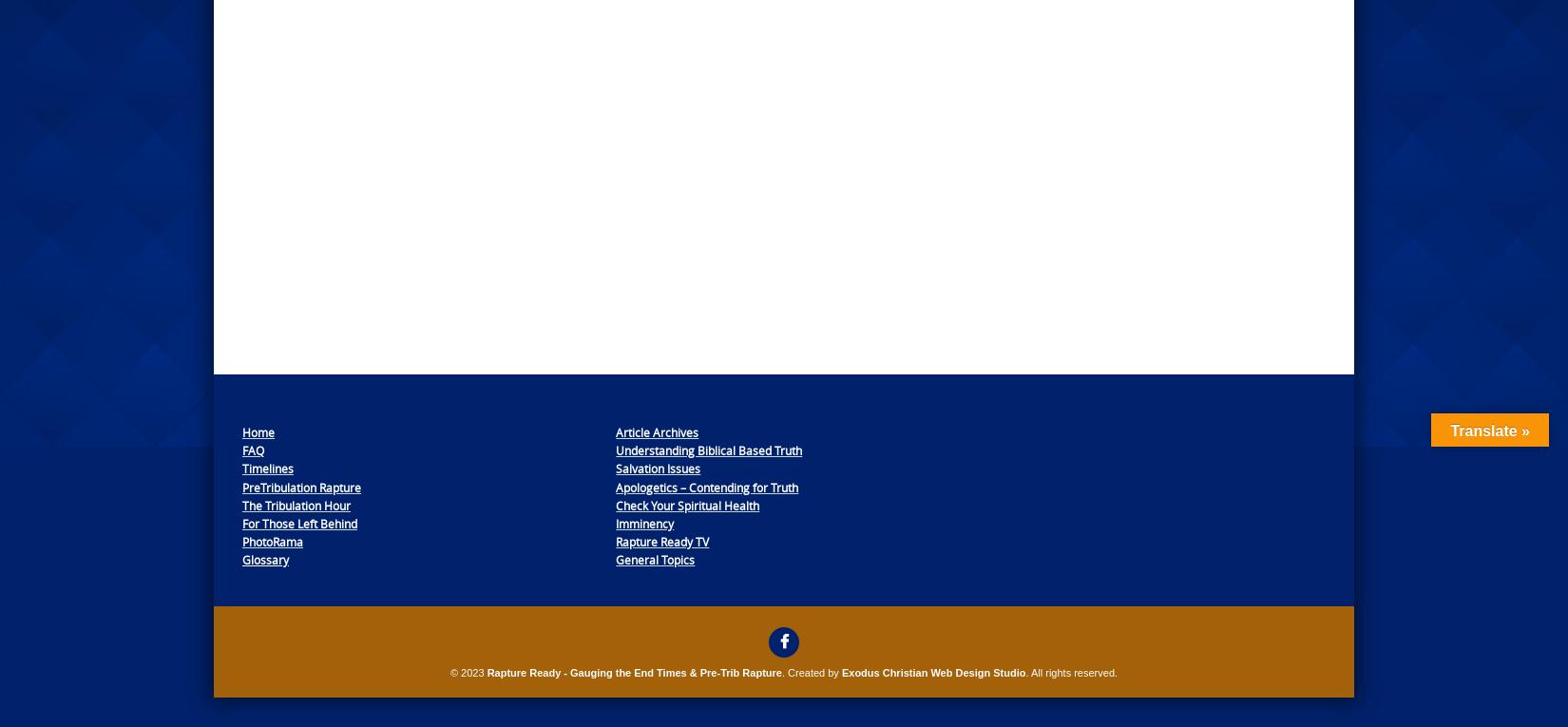  What do you see at coordinates (253, 450) in the screenshot?
I see `'FAQ'` at bounding box center [253, 450].